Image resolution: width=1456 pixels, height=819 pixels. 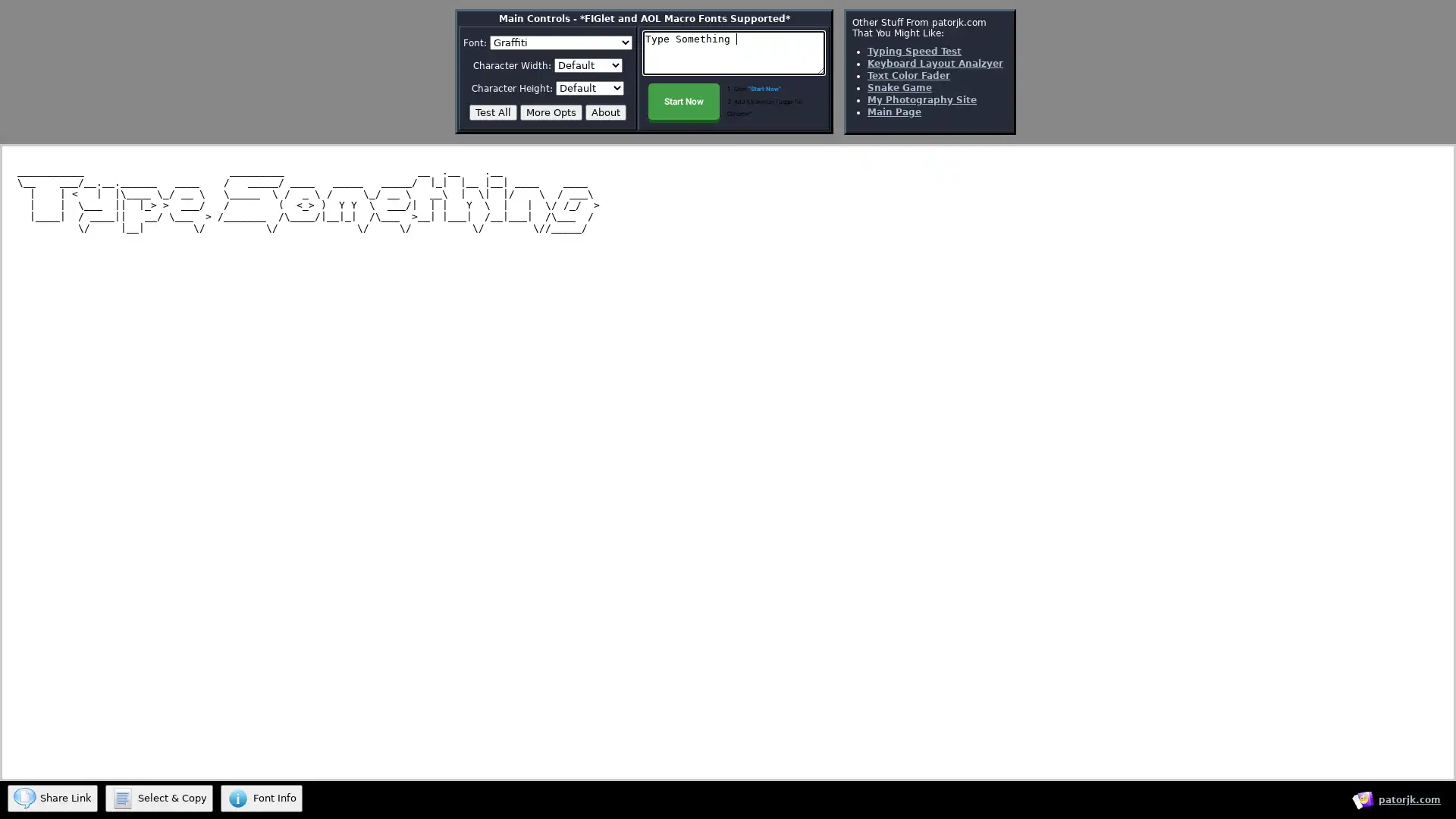 I want to click on Test All, so click(x=493, y=111).